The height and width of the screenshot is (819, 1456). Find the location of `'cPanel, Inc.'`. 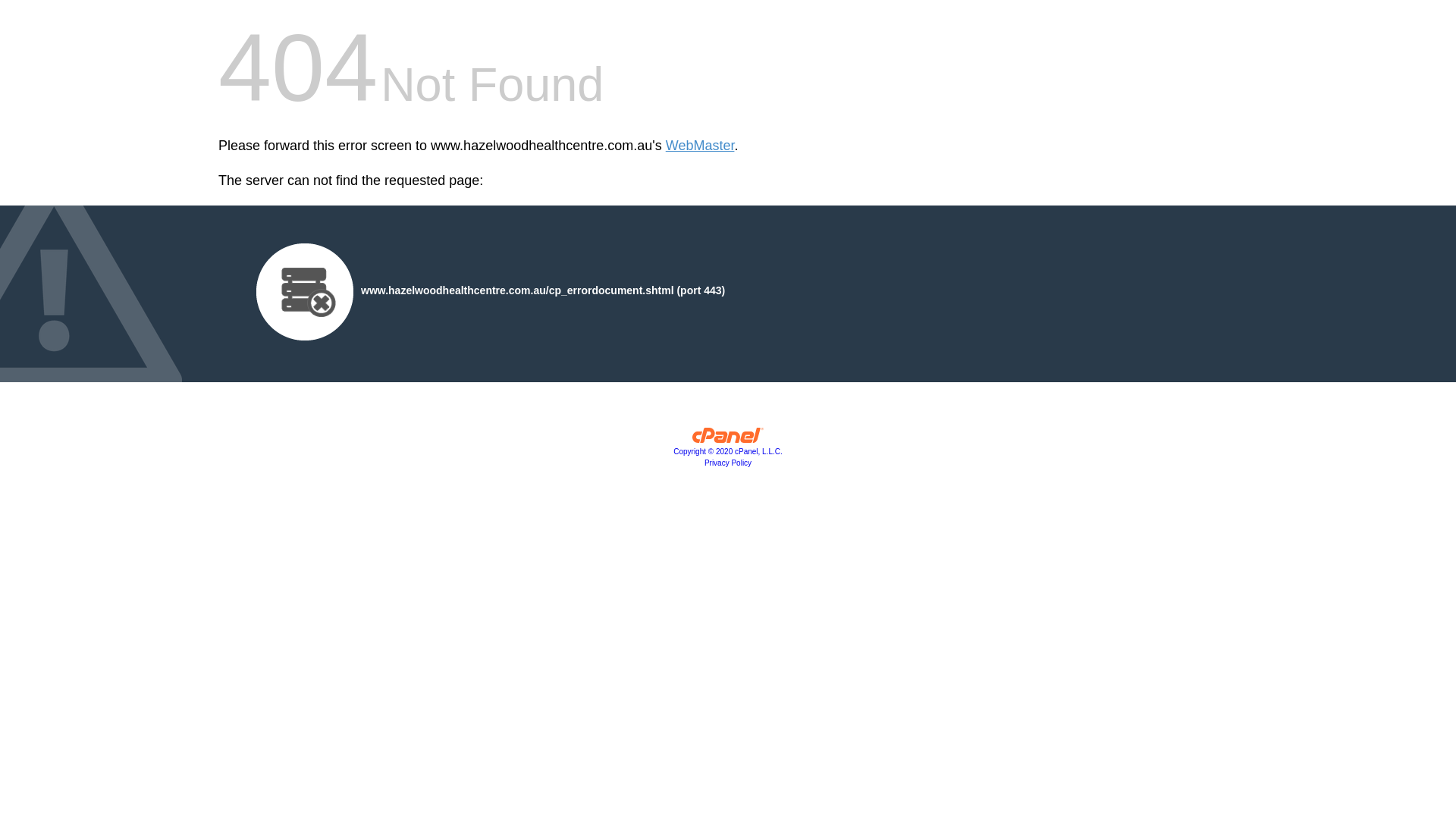

'cPanel, Inc.' is located at coordinates (728, 438).